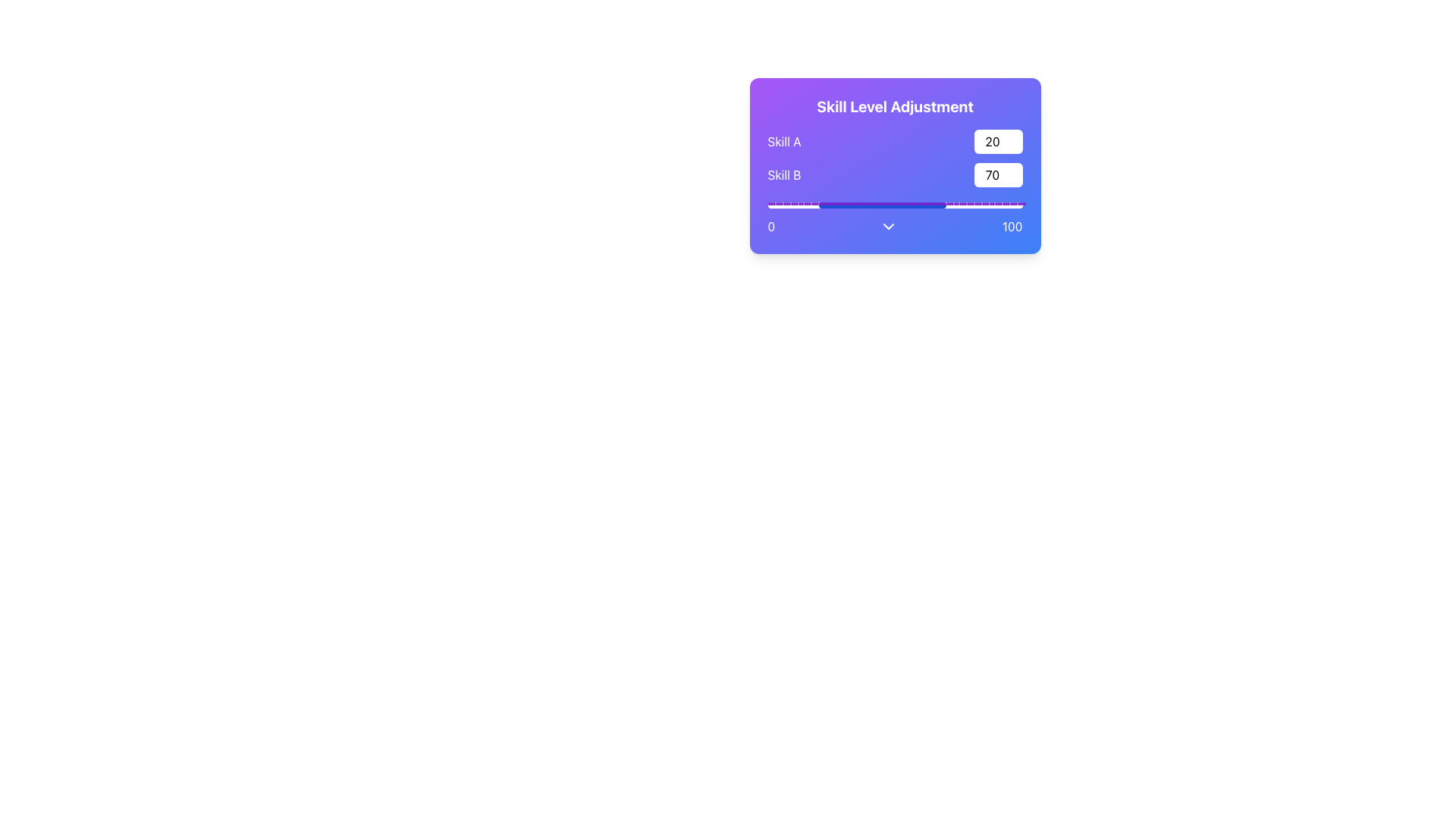  I want to click on the slider indicator icon located between the numerical labels '0' and '100', so click(888, 227).